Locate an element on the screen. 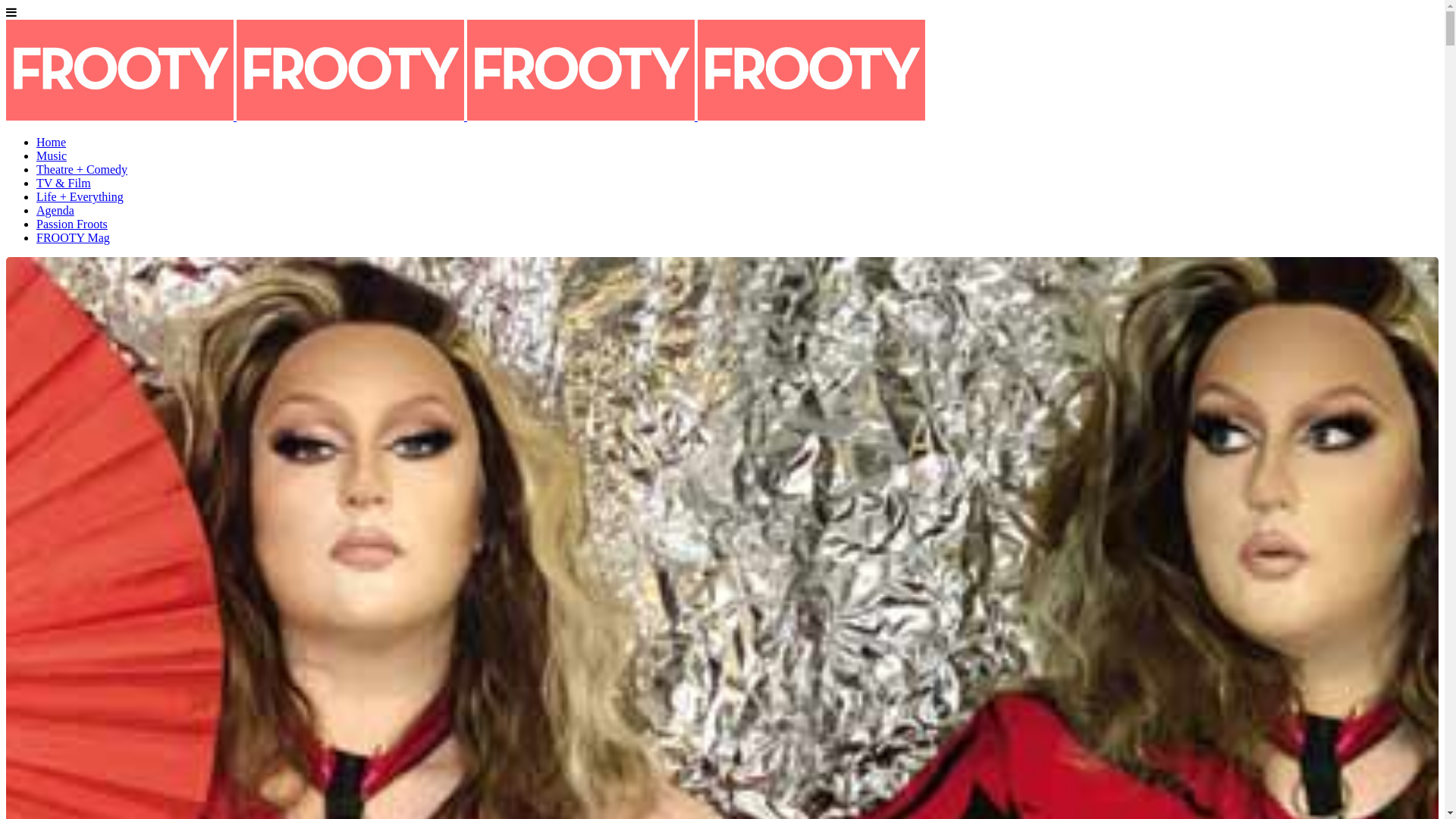  'Passion Froots' is located at coordinates (71, 224).